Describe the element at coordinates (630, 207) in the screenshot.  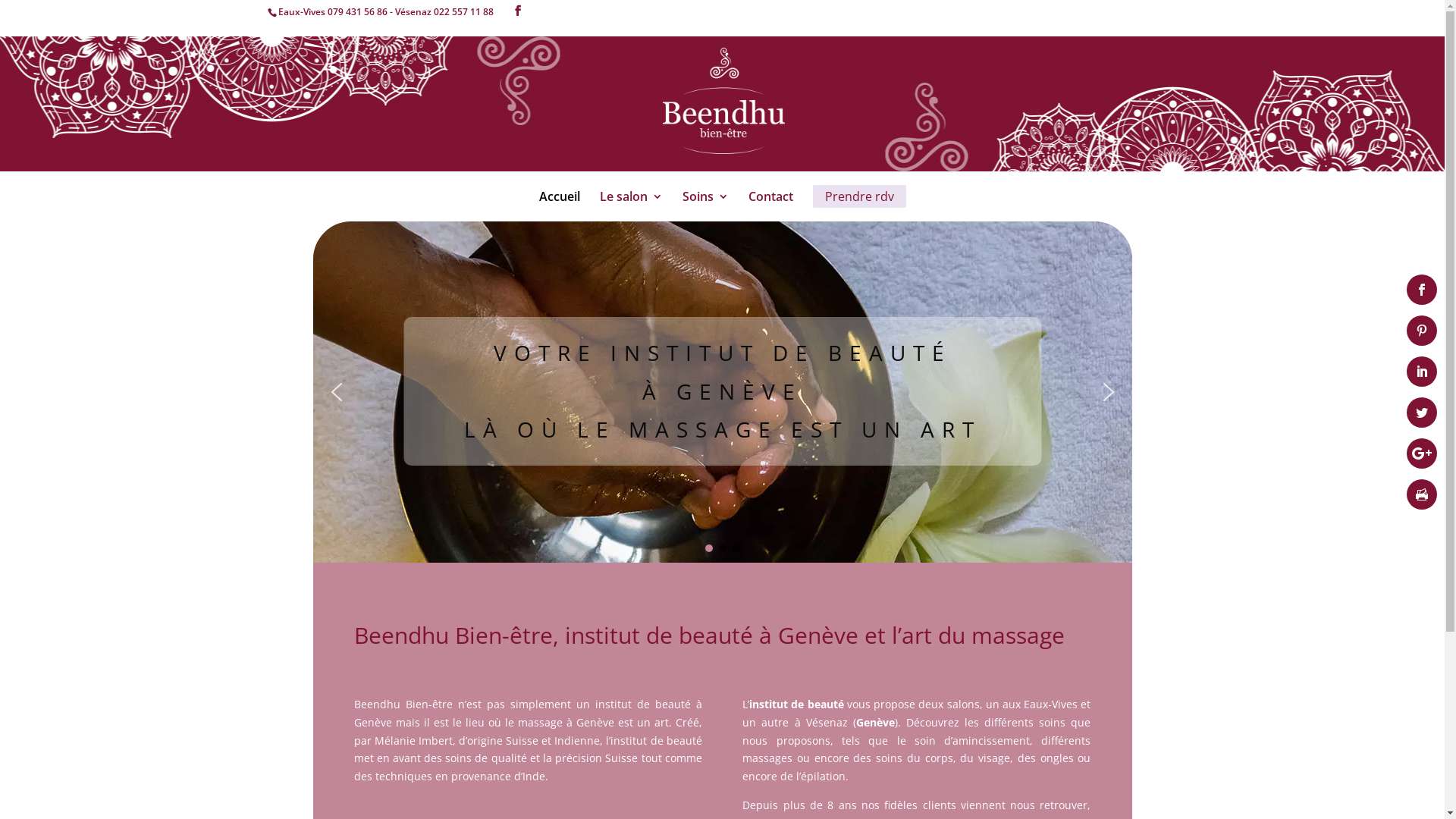
I see `'Le salon'` at that location.